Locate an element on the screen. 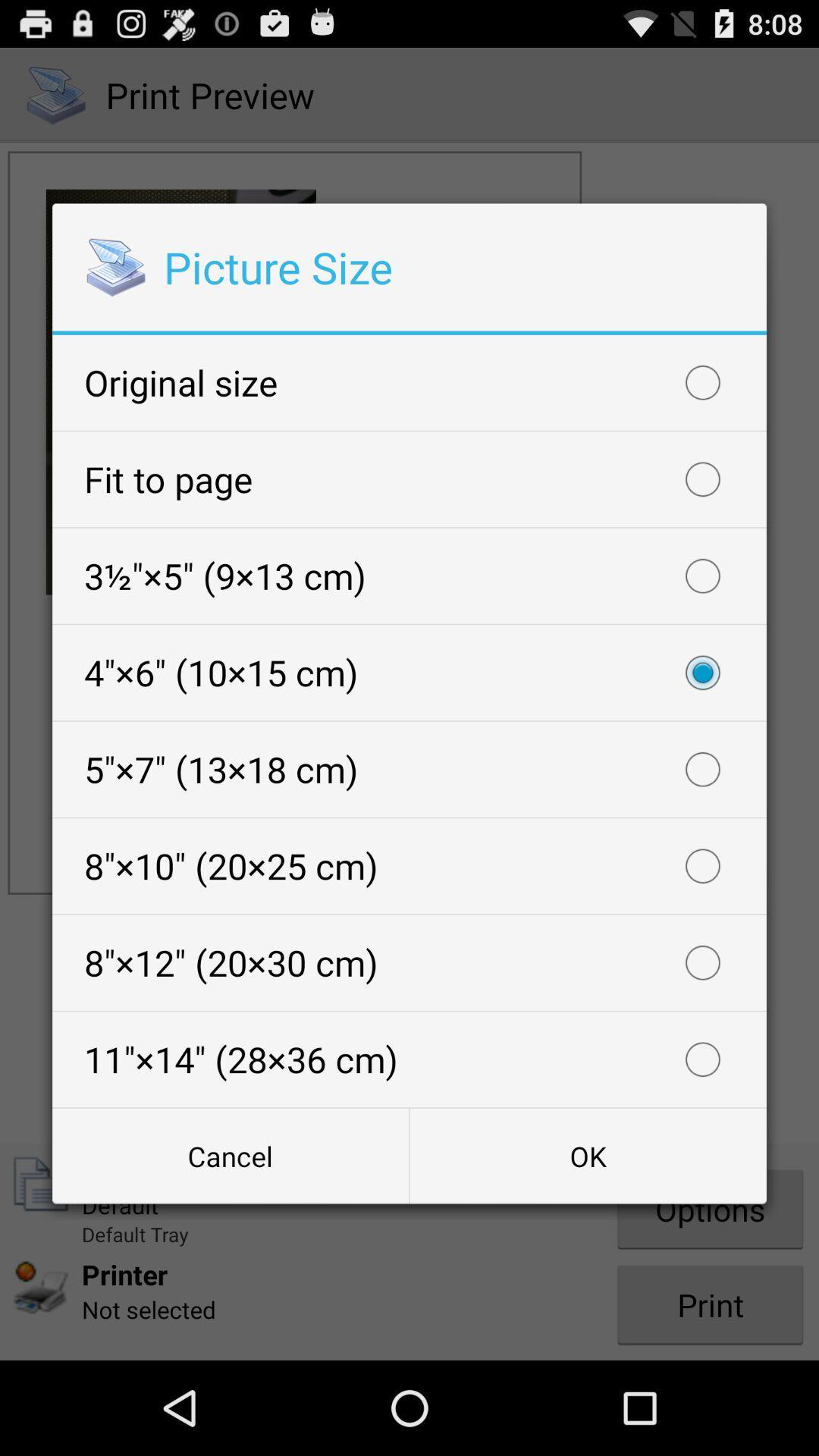  ok button is located at coordinates (587, 1155).